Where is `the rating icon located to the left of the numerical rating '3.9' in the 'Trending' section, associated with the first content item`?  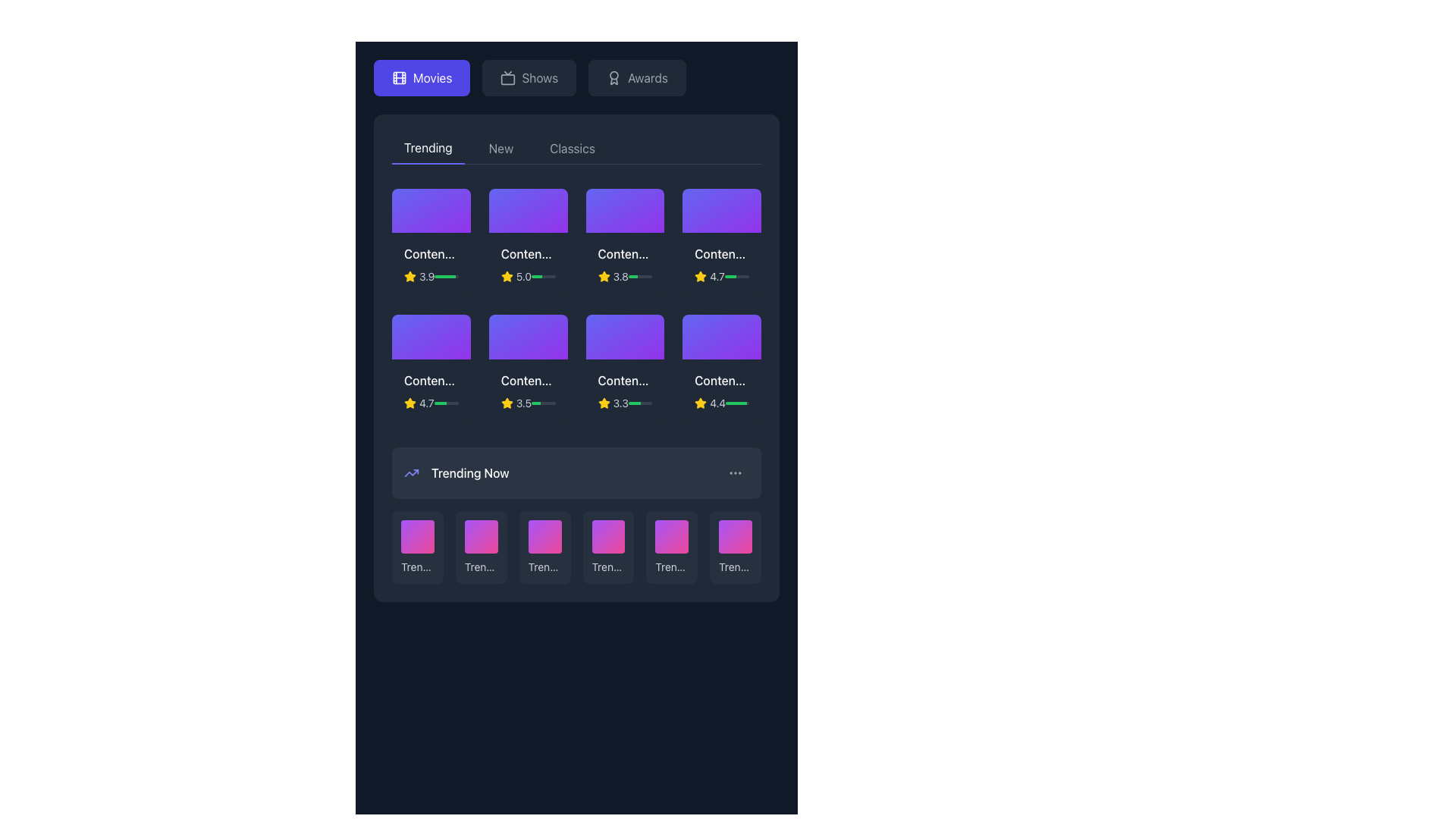
the rating icon located to the left of the numerical rating '3.9' in the 'Trending' section, associated with the first content item is located at coordinates (410, 277).